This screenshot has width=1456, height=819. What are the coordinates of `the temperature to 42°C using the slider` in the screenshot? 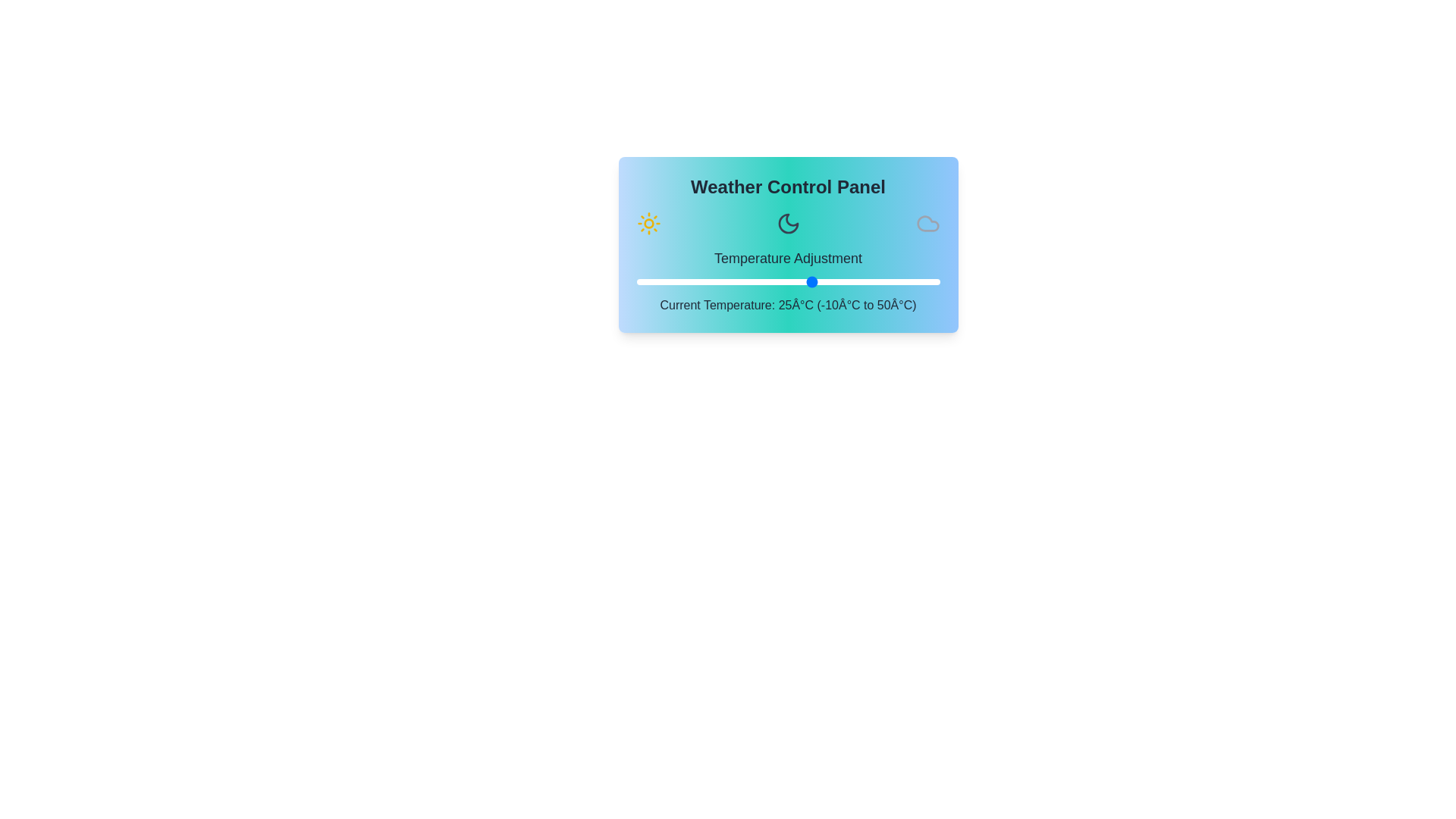 It's located at (899, 281).